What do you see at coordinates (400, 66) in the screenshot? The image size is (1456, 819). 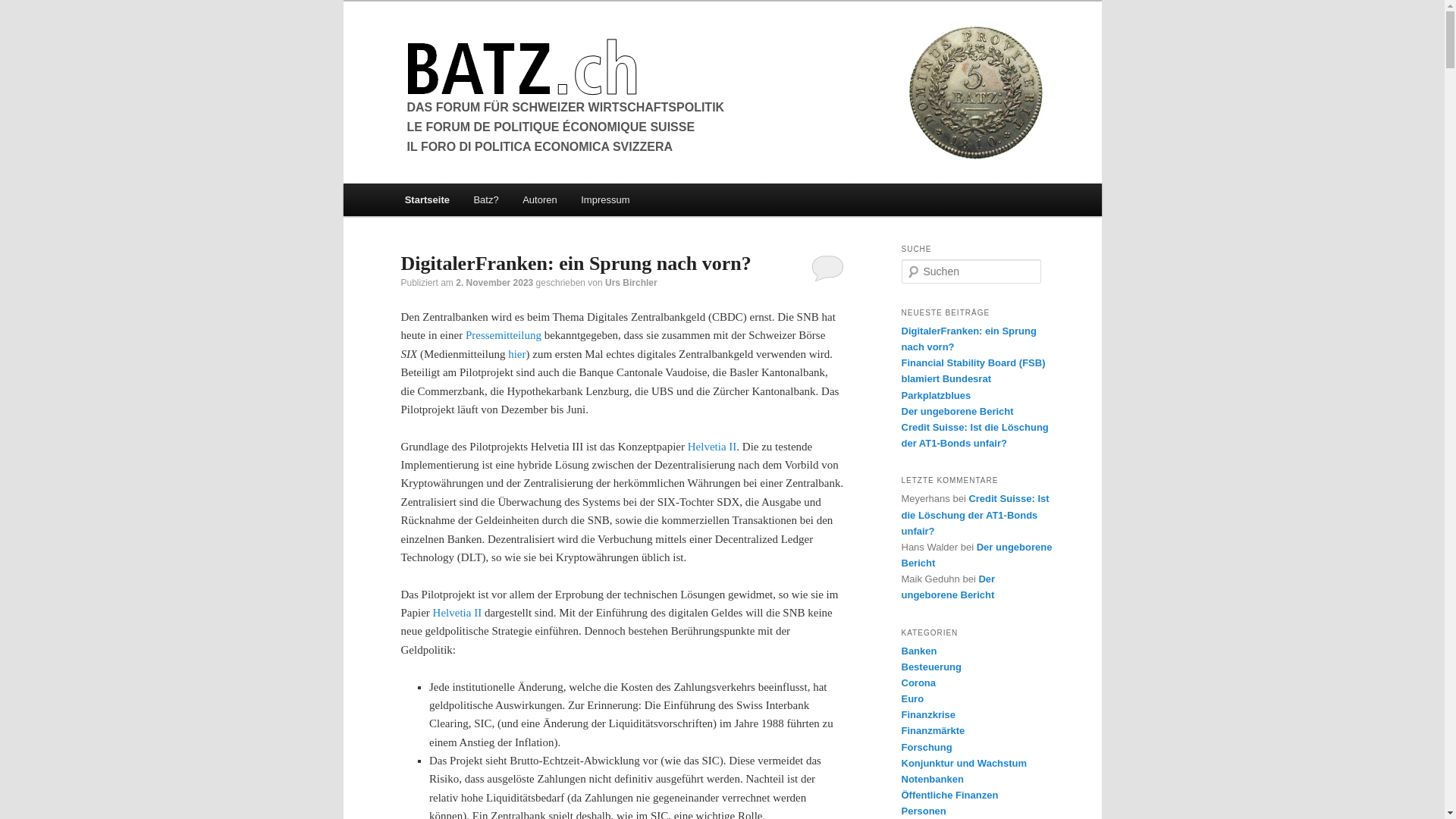 I see `'Batz'` at bounding box center [400, 66].